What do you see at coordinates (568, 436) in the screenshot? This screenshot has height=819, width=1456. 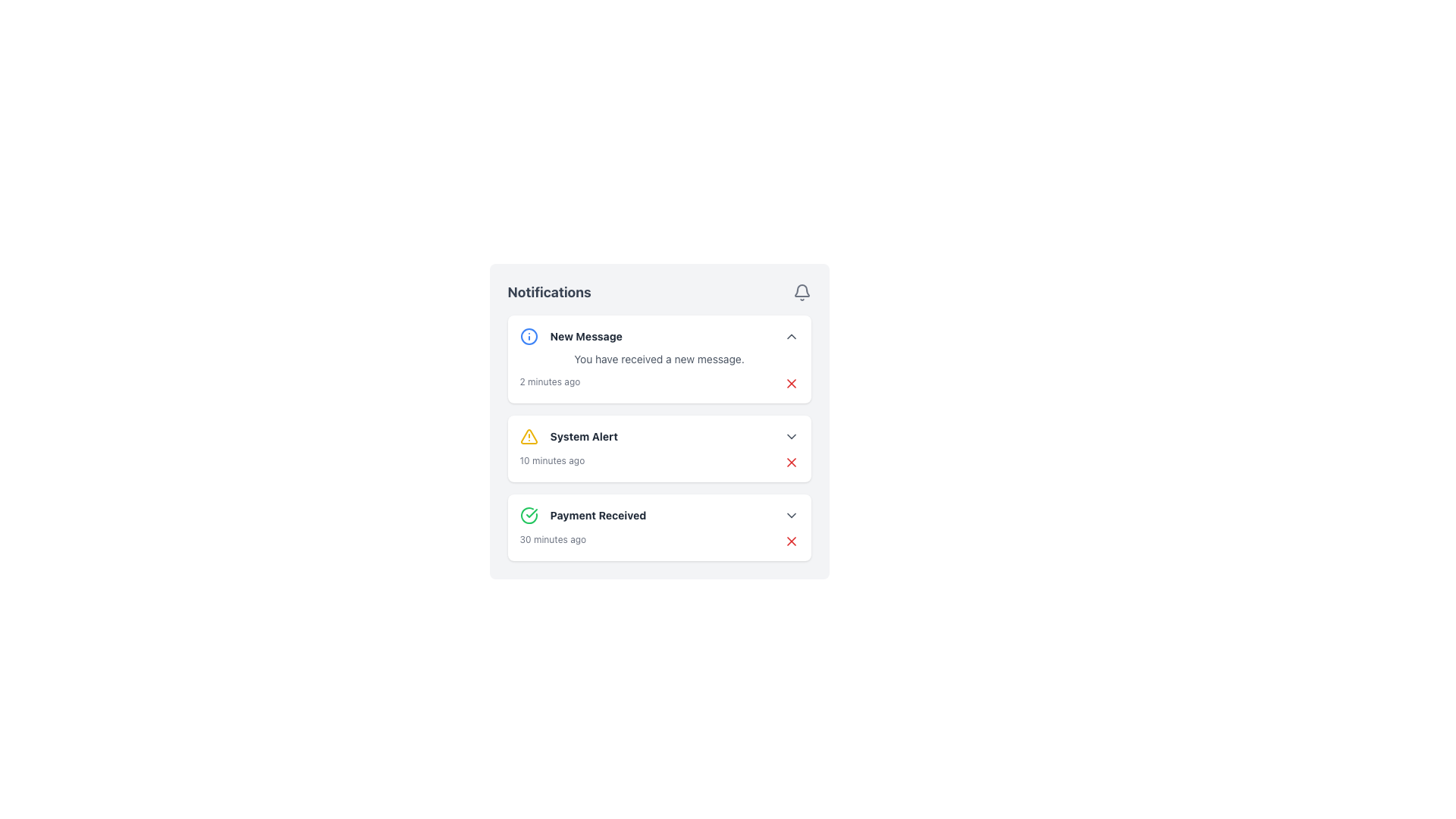 I see `the 'System Alert' notification, which features a bold text label and a yellow triangular alert icon` at bounding box center [568, 436].